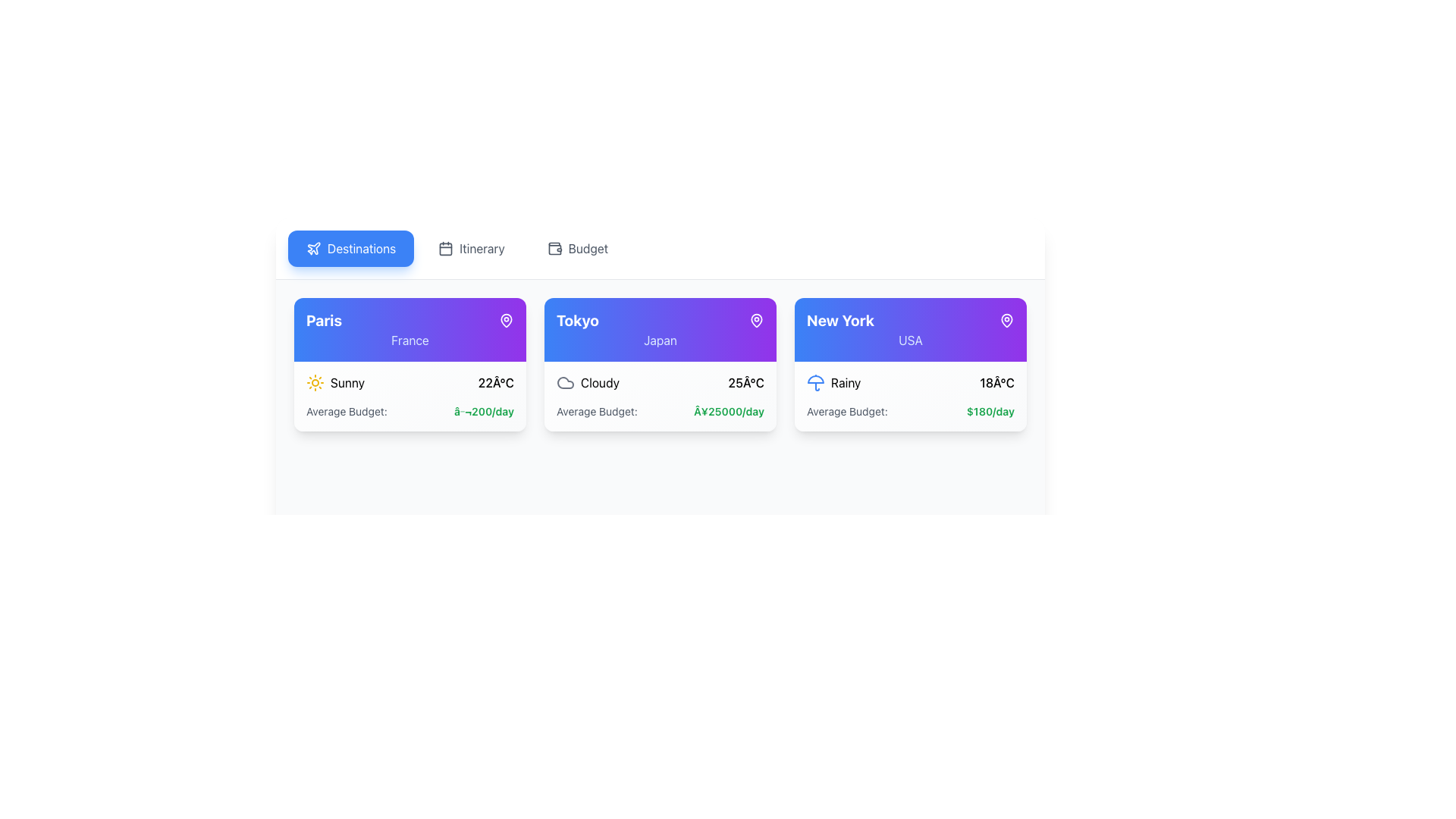 The width and height of the screenshot is (1456, 819). What do you see at coordinates (997, 382) in the screenshot?
I see `the static text element displaying the current temperature for New York, located above the budget information and to the right of the weather description` at bounding box center [997, 382].